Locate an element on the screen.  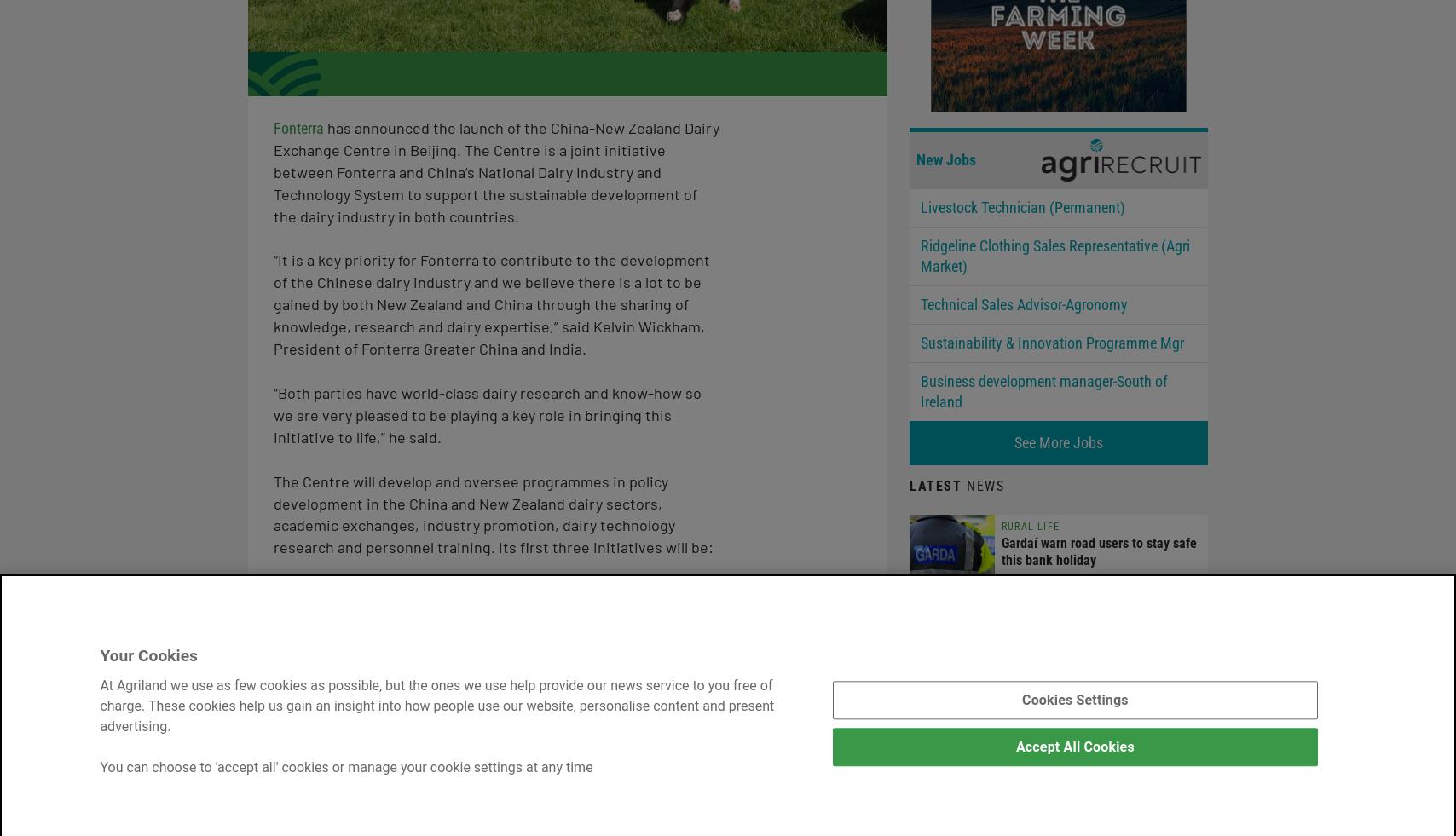
'Livestock Technician (Permanent)' is located at coordinates (1023, 205).